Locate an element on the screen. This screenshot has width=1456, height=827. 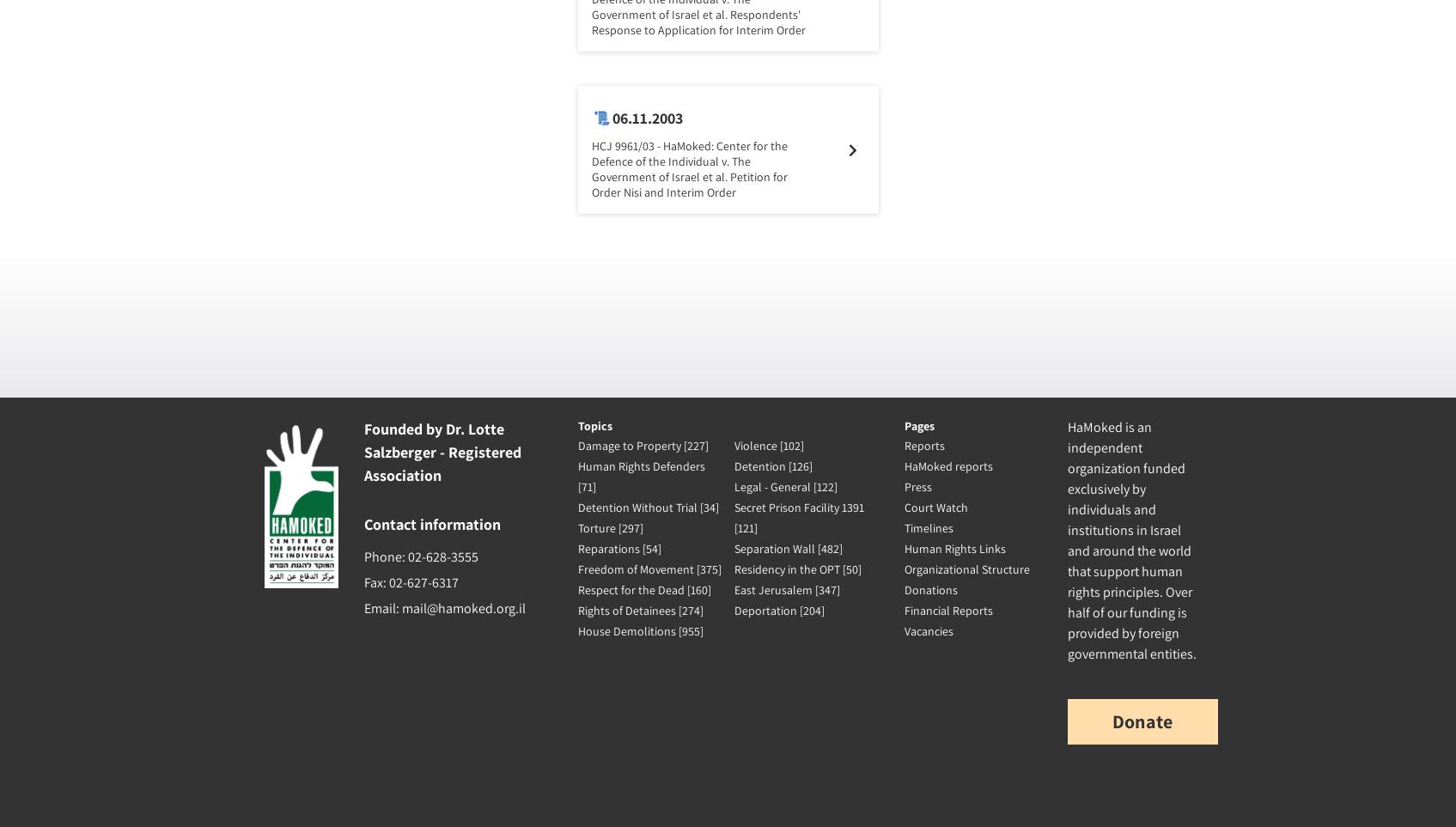
'06.11.2003' is located at coordinates (645, 118).